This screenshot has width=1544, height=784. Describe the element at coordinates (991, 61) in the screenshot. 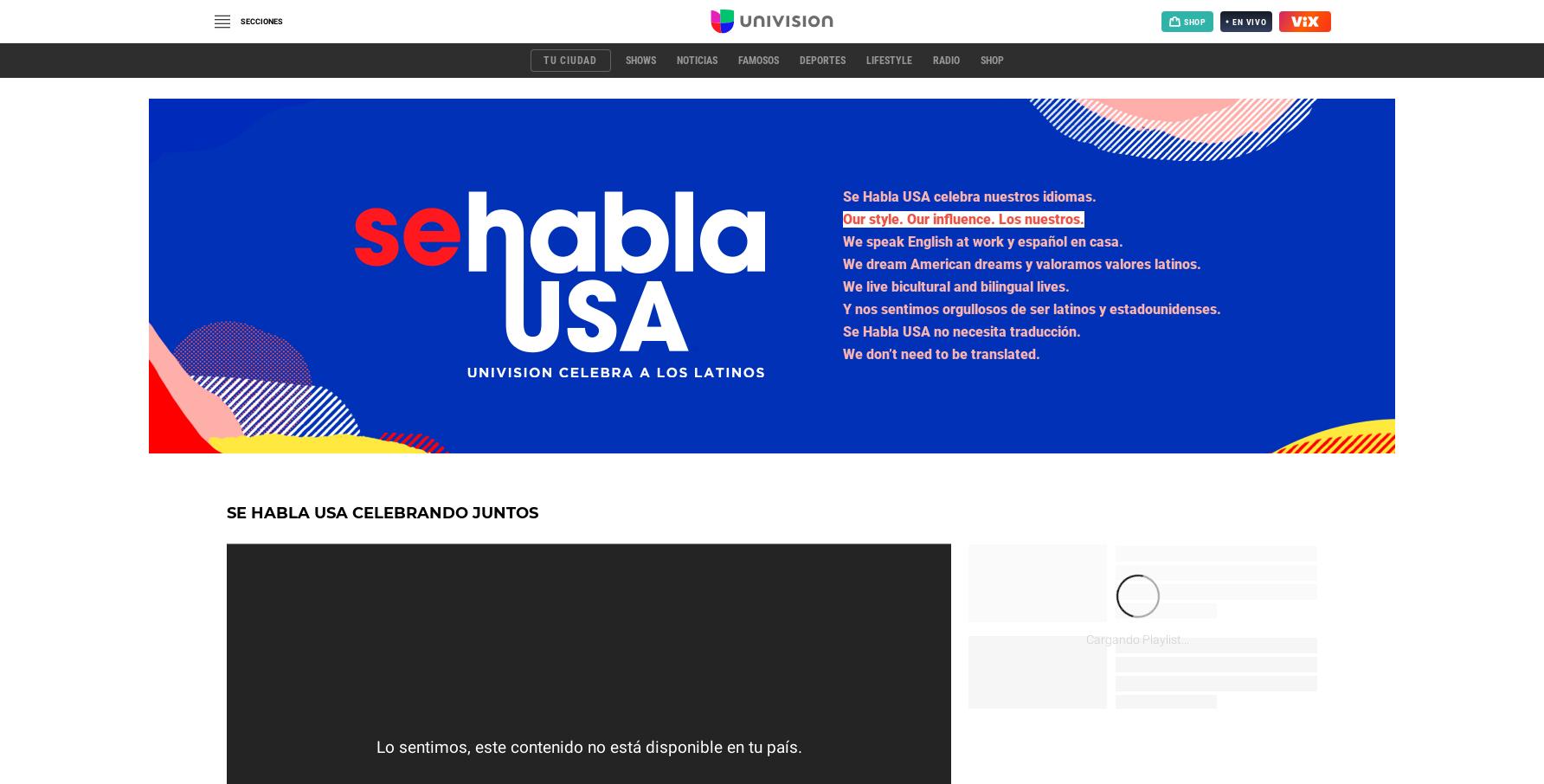

I see `'Shop'` at that location.